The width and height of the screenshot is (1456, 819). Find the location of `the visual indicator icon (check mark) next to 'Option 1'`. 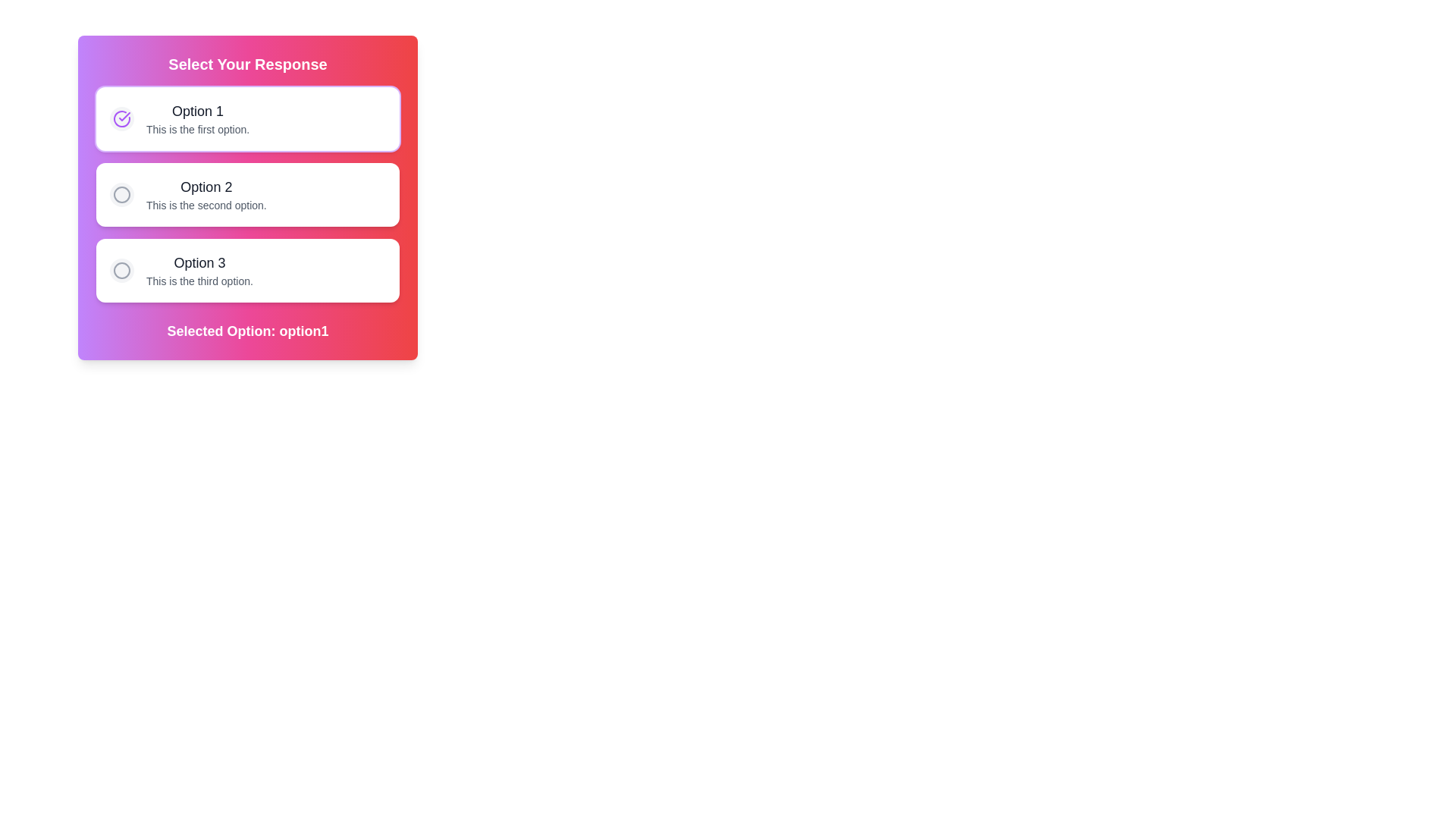

the visual indicator icon (check mark) next to 'Option 1' is located at coordinates (124, 116).